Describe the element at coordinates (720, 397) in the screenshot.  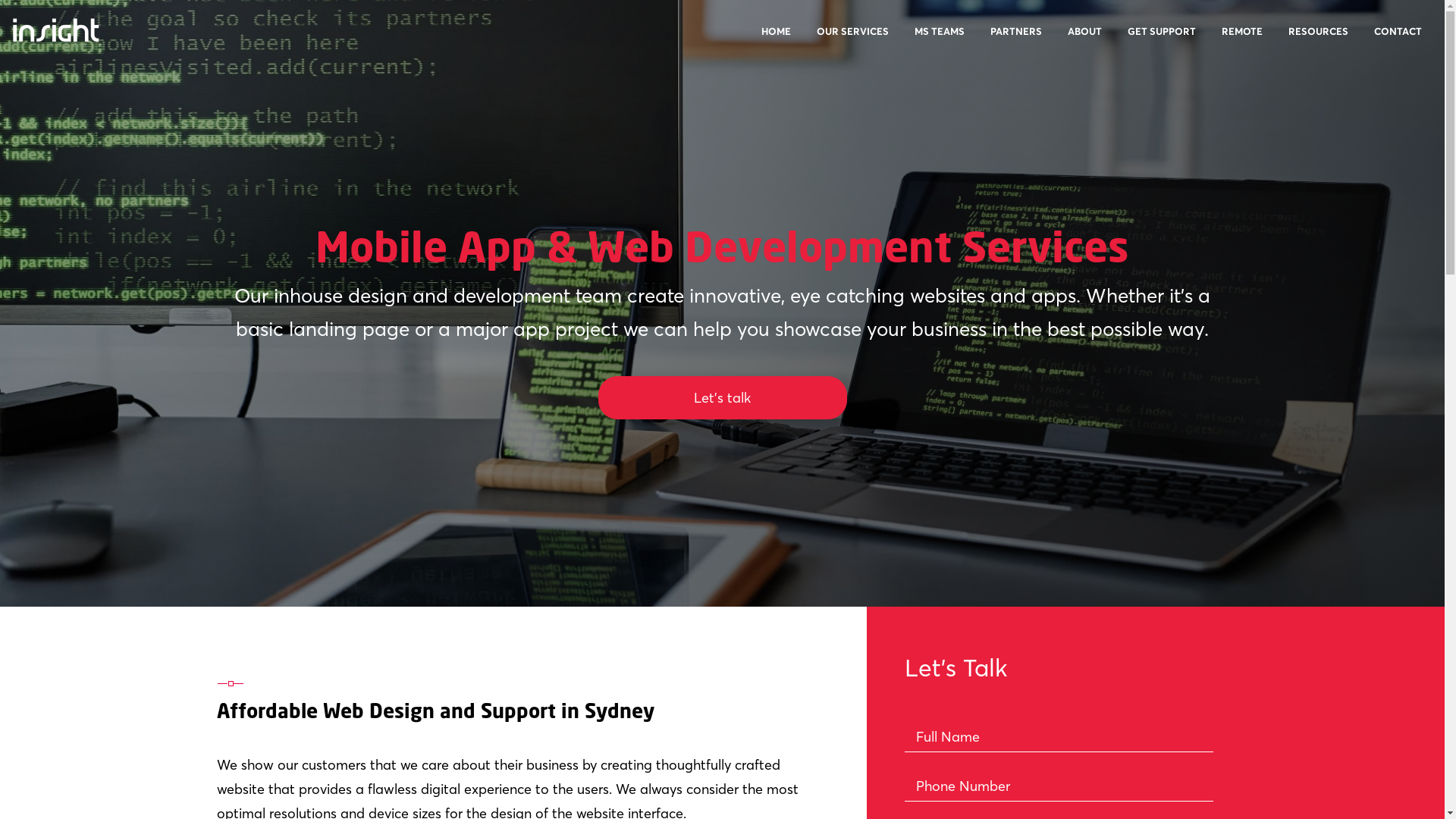
I see `'Let's talk'` at that location.